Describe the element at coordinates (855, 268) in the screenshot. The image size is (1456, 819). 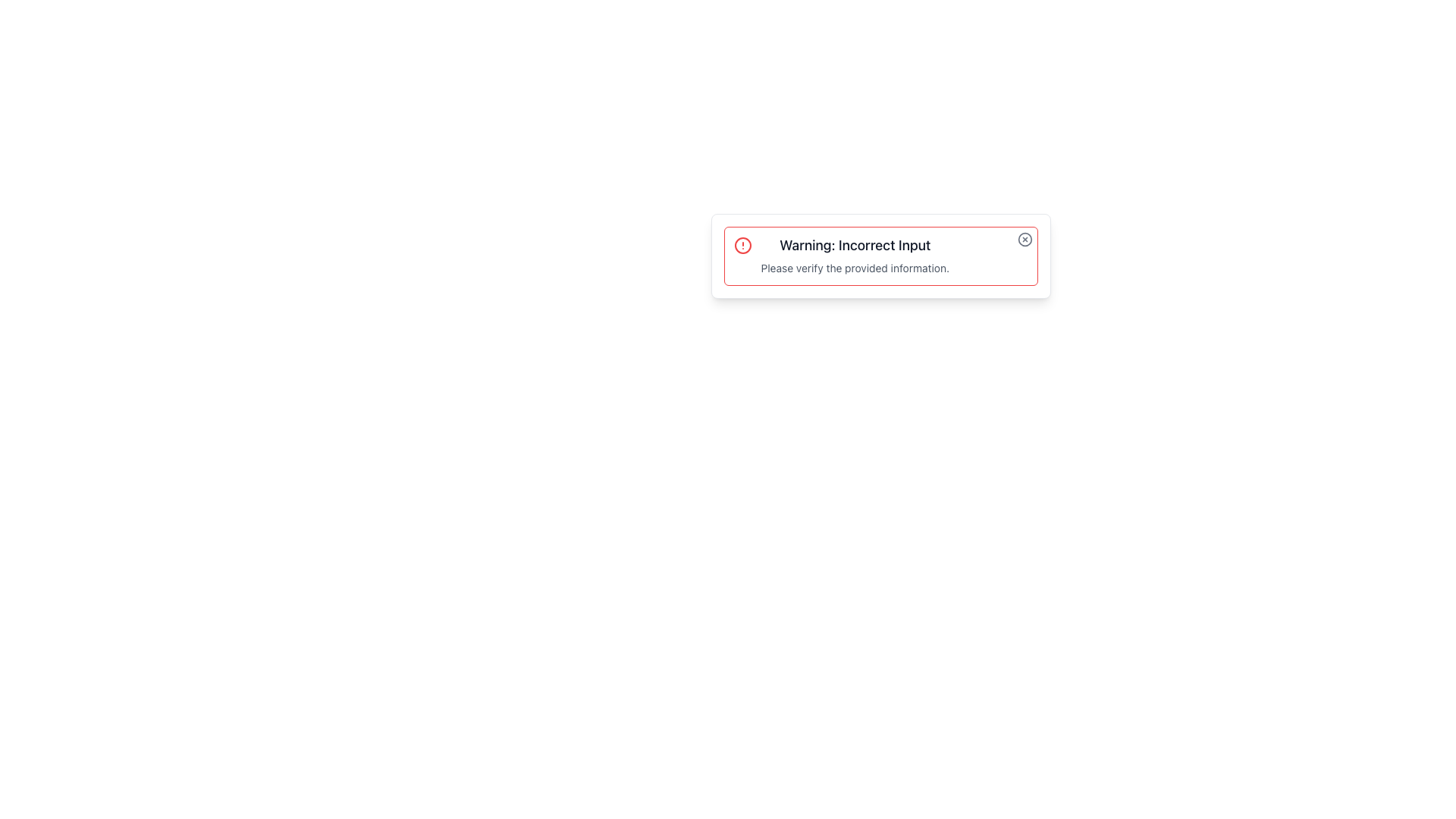
I see `informational message that guides the user to verify the input data, located as the second line in the warning box following 'Warning: Incorrect Input.'` at that location.